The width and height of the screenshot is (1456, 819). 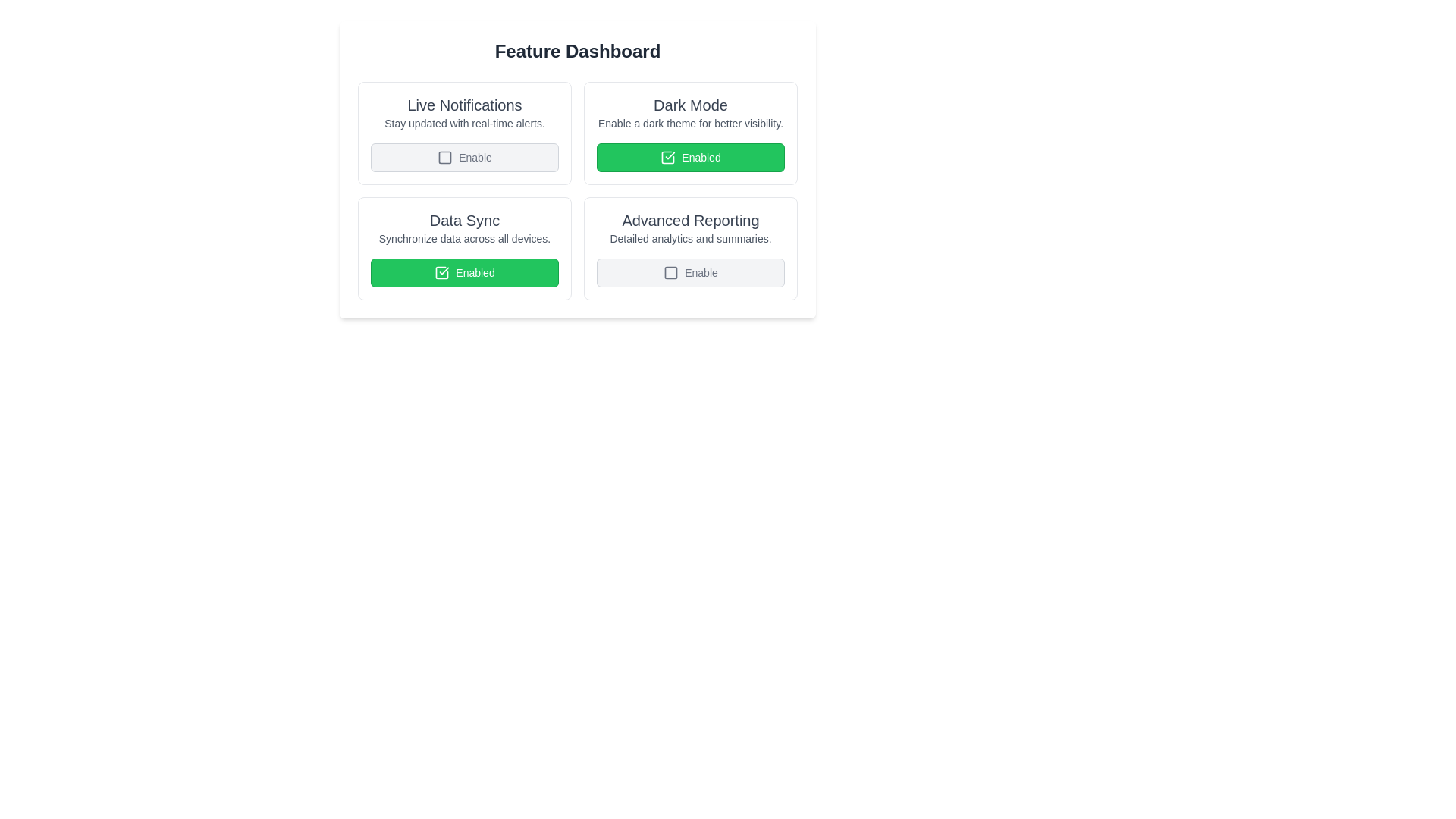 What do you see at coordinates (667, 158) in the screenshot?
I see `the 'Enabled' button in the 'Dark Mode' section which contains the confirmation icon for the 'Dark Mode' feature` at bounding box center [667, 158].